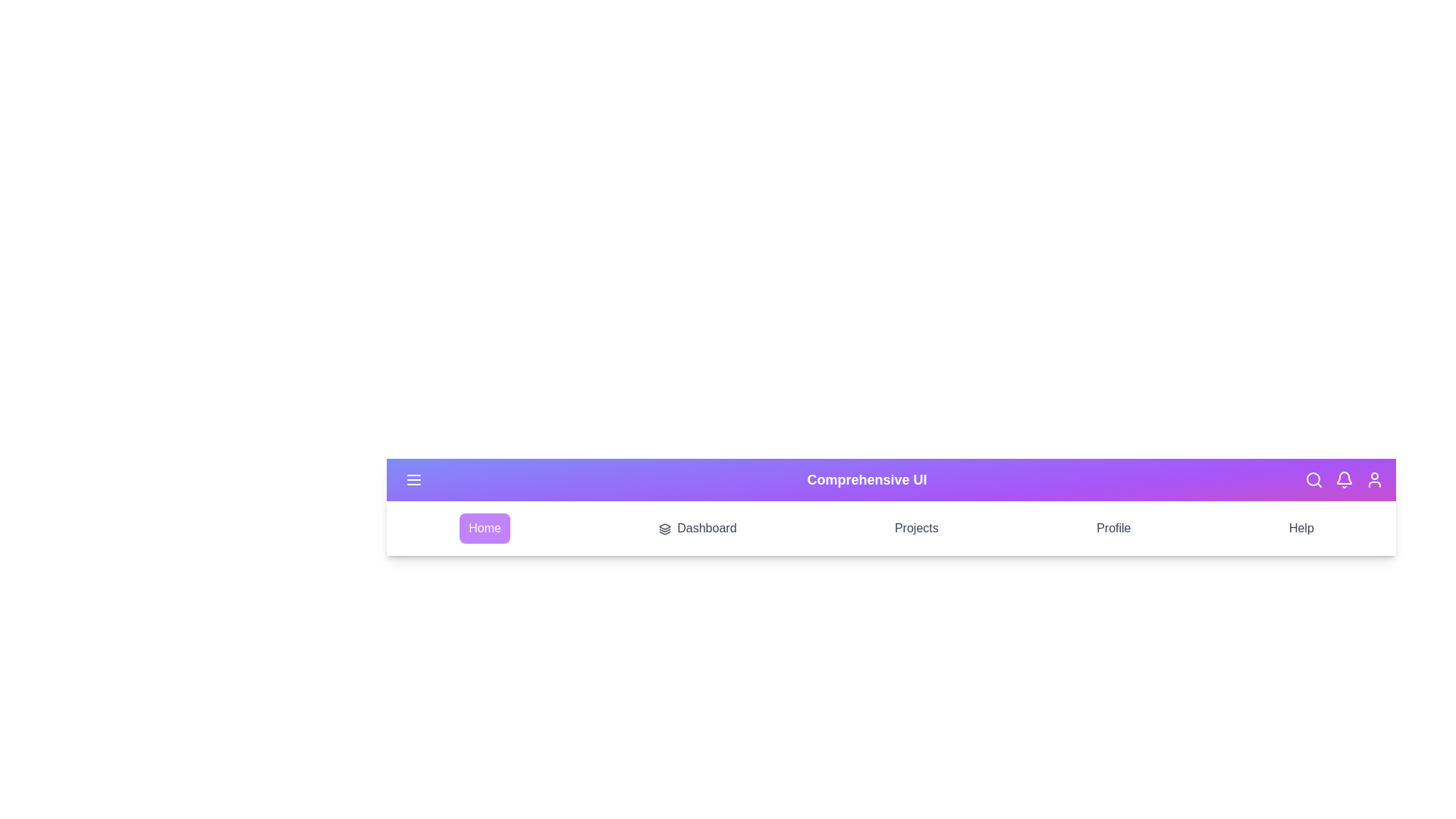 The image size is (1456, 819). I want to click on the Home section from the navigation menu, so click(484, 528).